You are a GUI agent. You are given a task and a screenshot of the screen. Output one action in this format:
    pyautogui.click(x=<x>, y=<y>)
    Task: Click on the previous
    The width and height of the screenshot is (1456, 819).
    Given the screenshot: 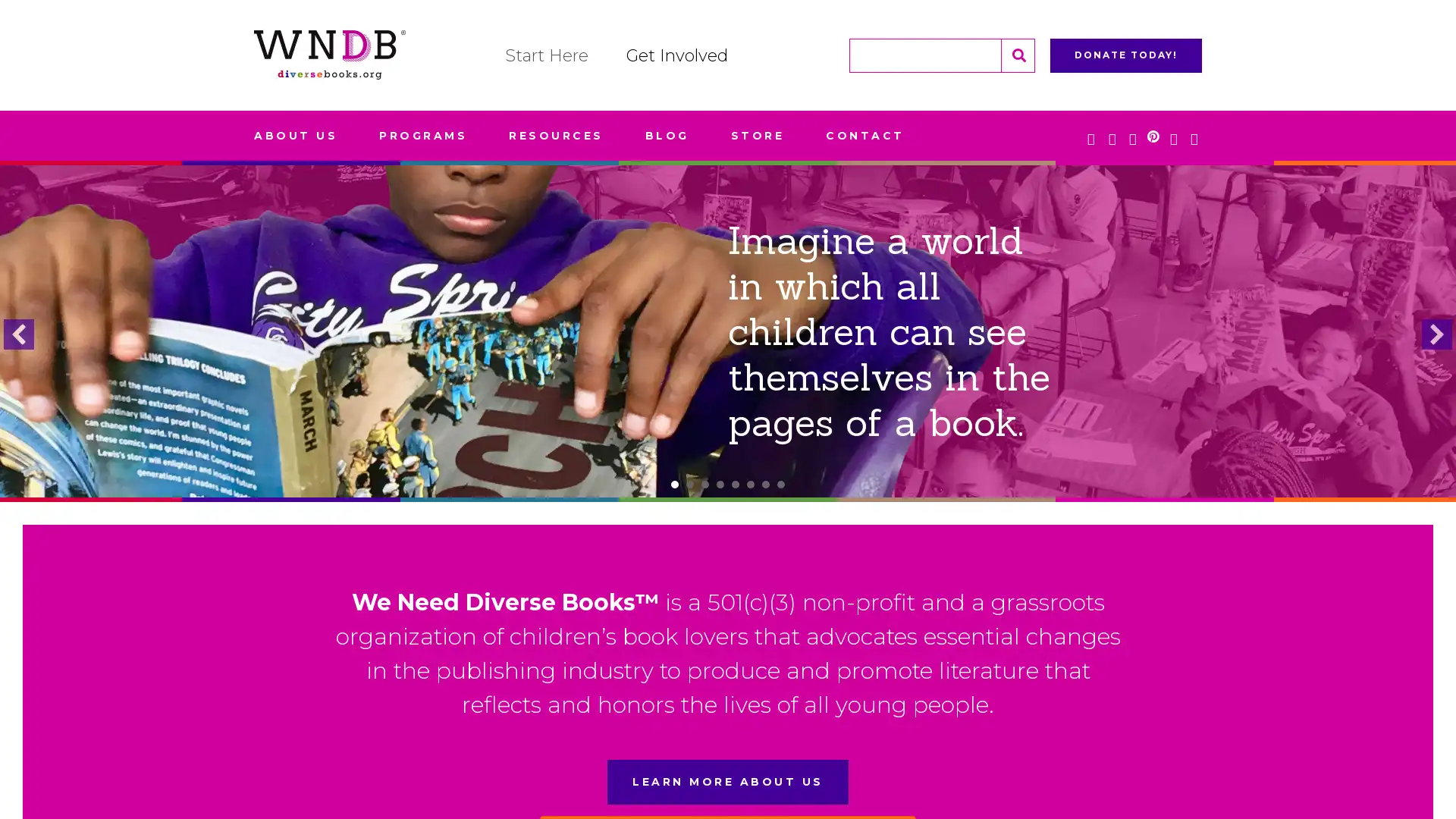 What is the action you would take?
    pyautogui.click(x=18, y=333)
    